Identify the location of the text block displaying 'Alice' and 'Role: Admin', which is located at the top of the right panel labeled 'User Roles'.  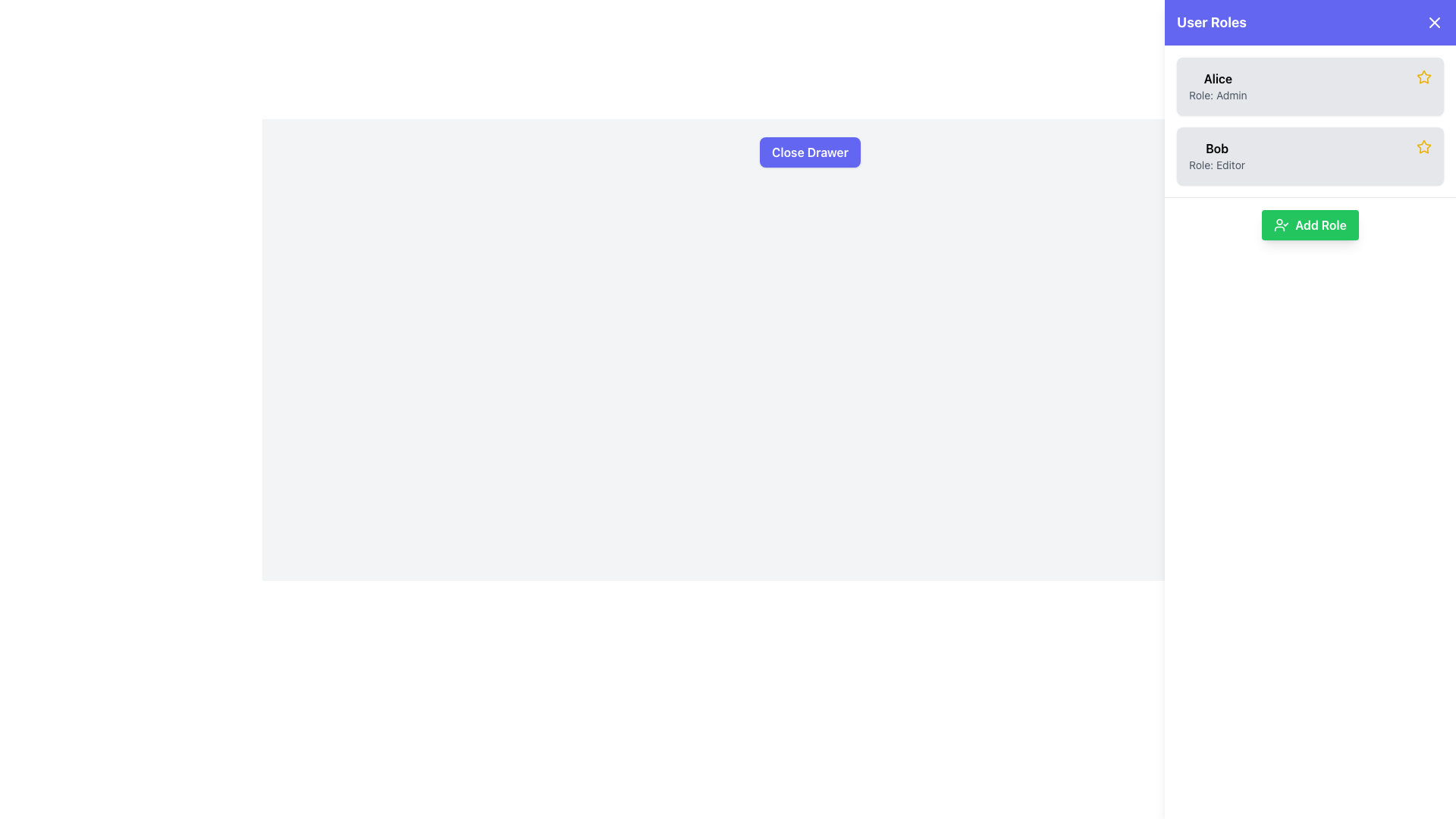
(1218, 86).